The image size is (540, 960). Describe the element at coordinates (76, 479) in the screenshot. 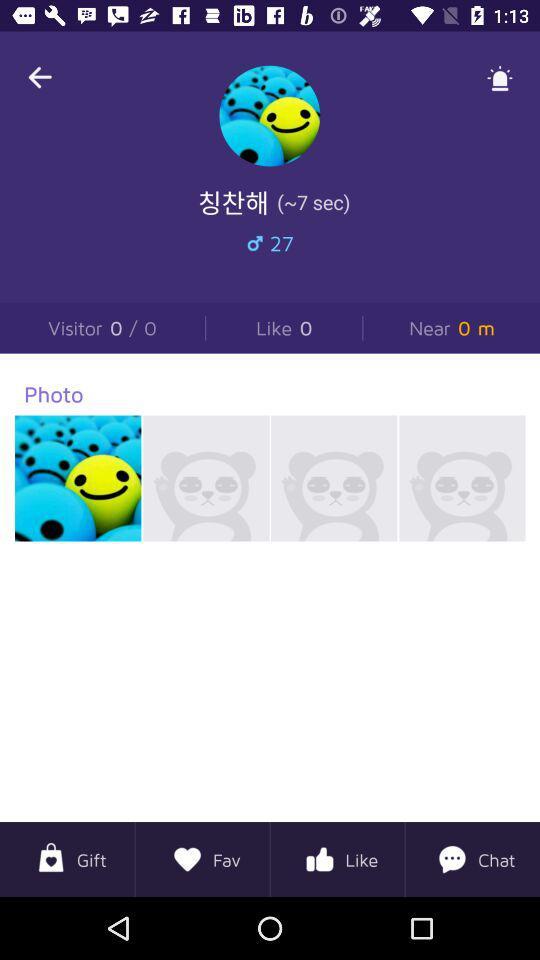

I see `1st photo` at that location.